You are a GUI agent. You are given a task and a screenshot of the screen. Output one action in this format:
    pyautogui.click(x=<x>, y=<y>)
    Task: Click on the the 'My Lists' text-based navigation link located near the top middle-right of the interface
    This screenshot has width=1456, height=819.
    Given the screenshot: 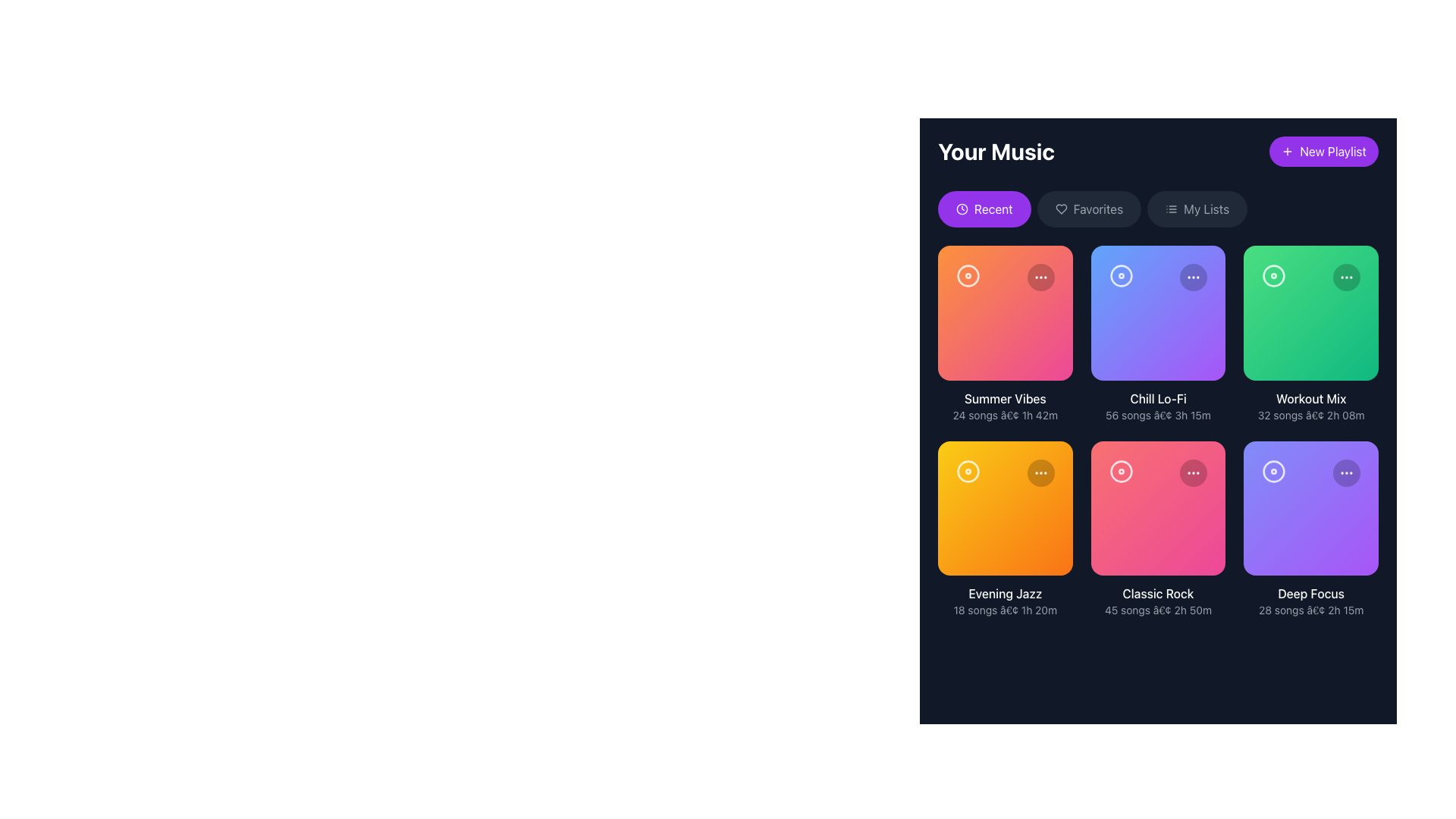 What is the action you would take?
    pyautogui.click(x=1206, y=209)
    